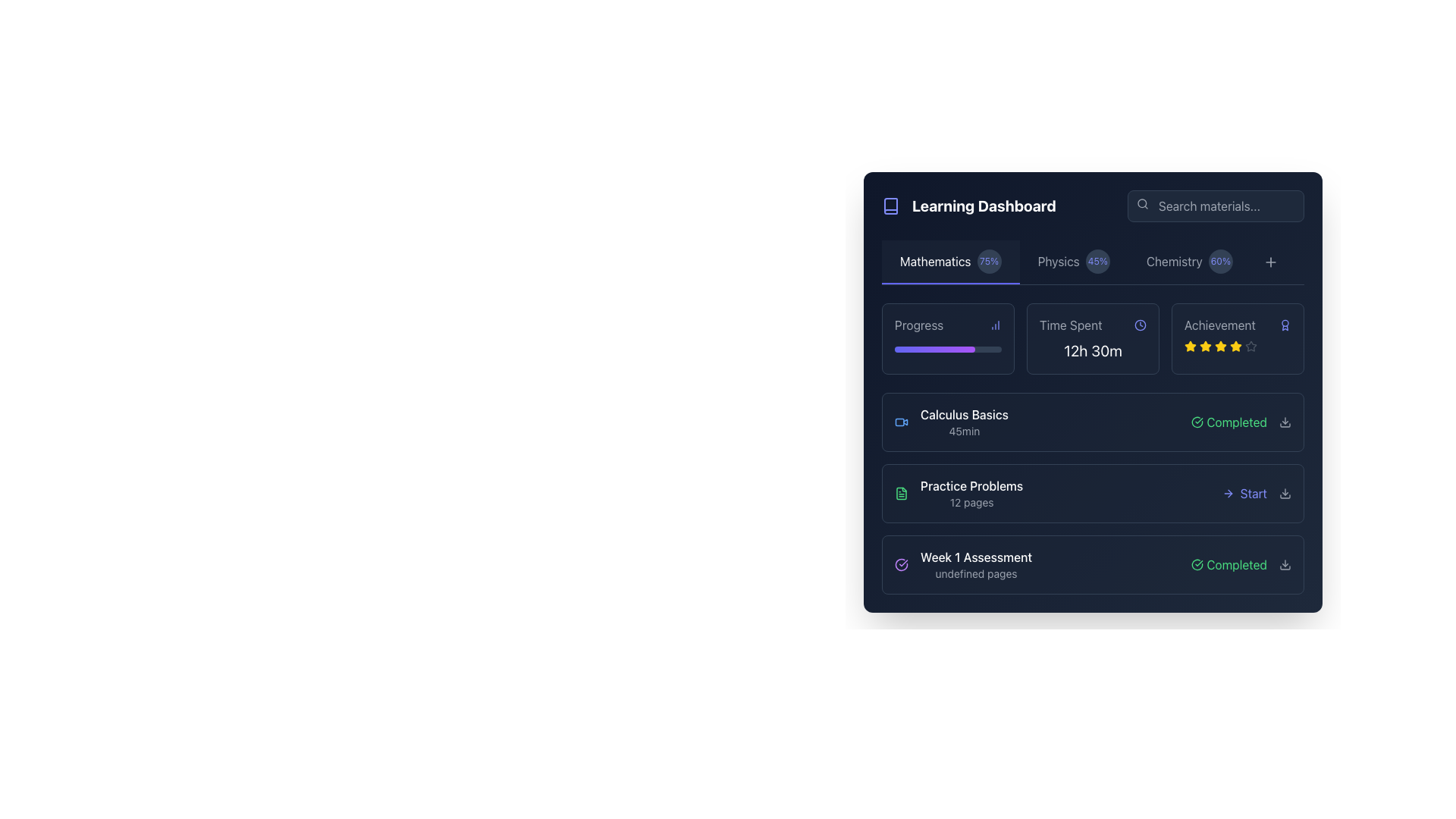 Image resolution: width=1456 pixels, height=819 pixels. Describe the element at coordinates (1216, 206) in the screenshot. I see `the search bar located in the top-right area of the 'Learning Dashboard'` at that location.